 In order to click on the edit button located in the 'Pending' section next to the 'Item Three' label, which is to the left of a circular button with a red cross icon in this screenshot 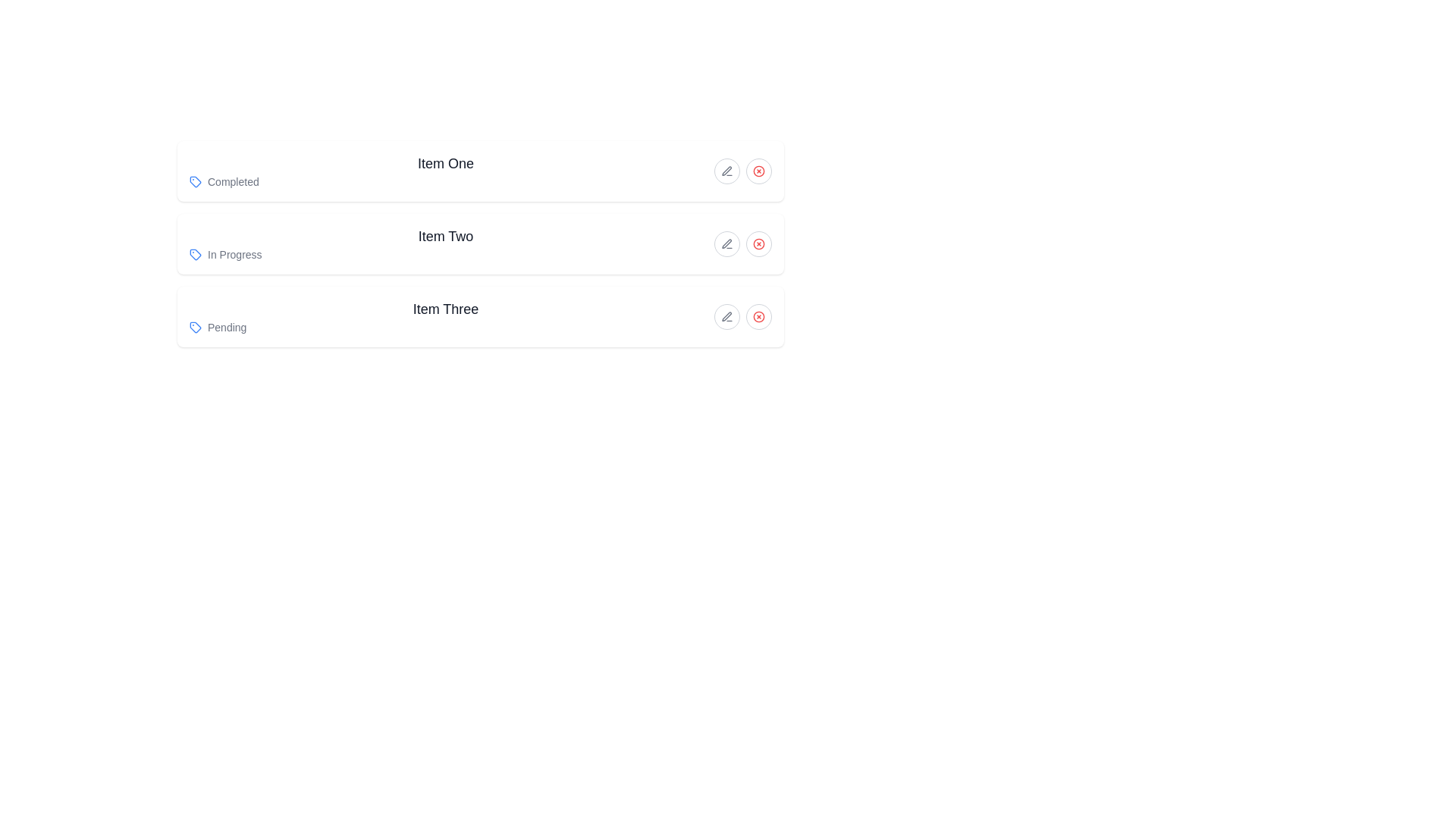, I will do `click(726, 315)`.